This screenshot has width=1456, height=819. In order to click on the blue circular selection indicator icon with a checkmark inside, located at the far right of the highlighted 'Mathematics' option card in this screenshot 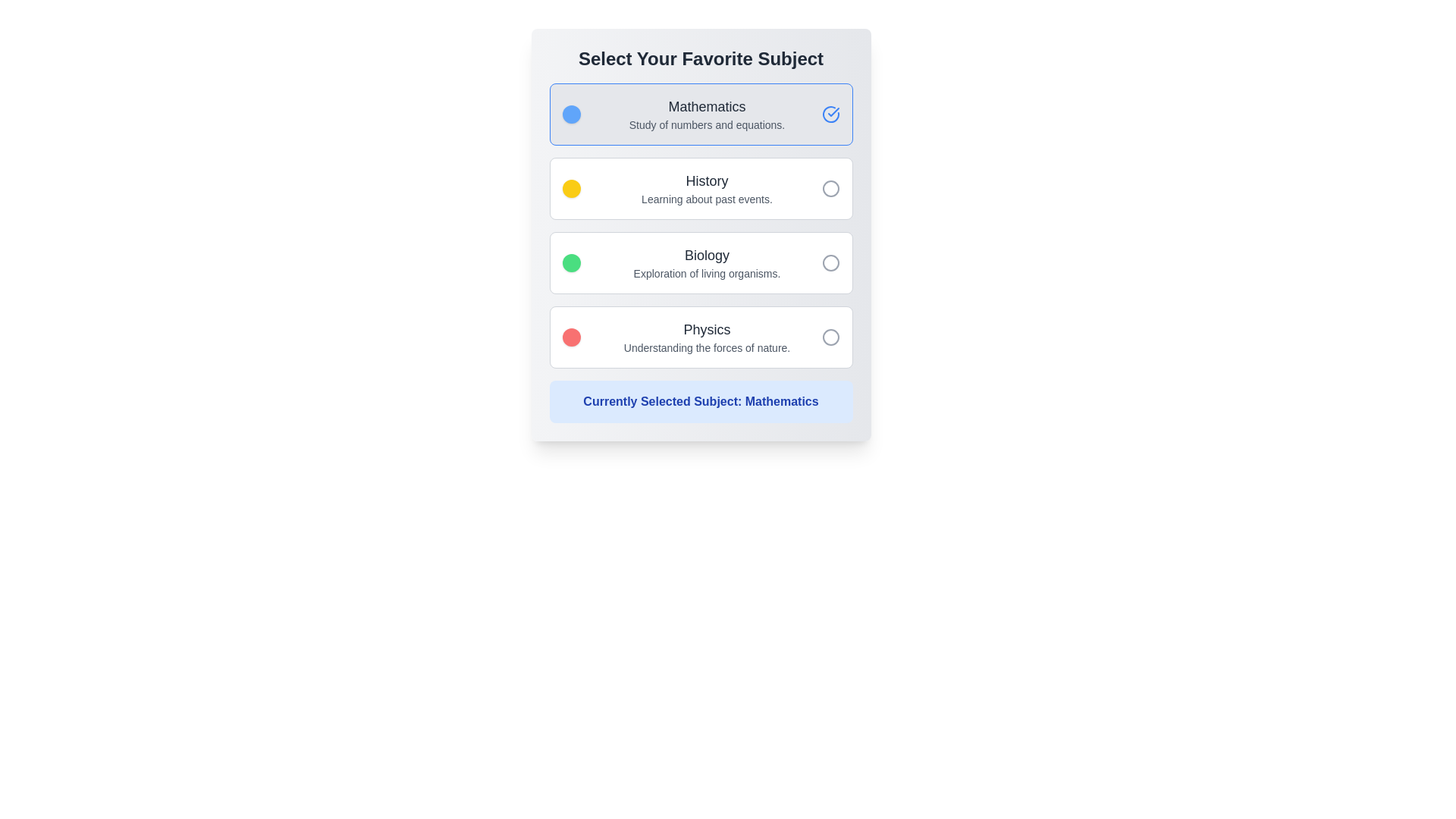, I will do `click(830, 113)`.